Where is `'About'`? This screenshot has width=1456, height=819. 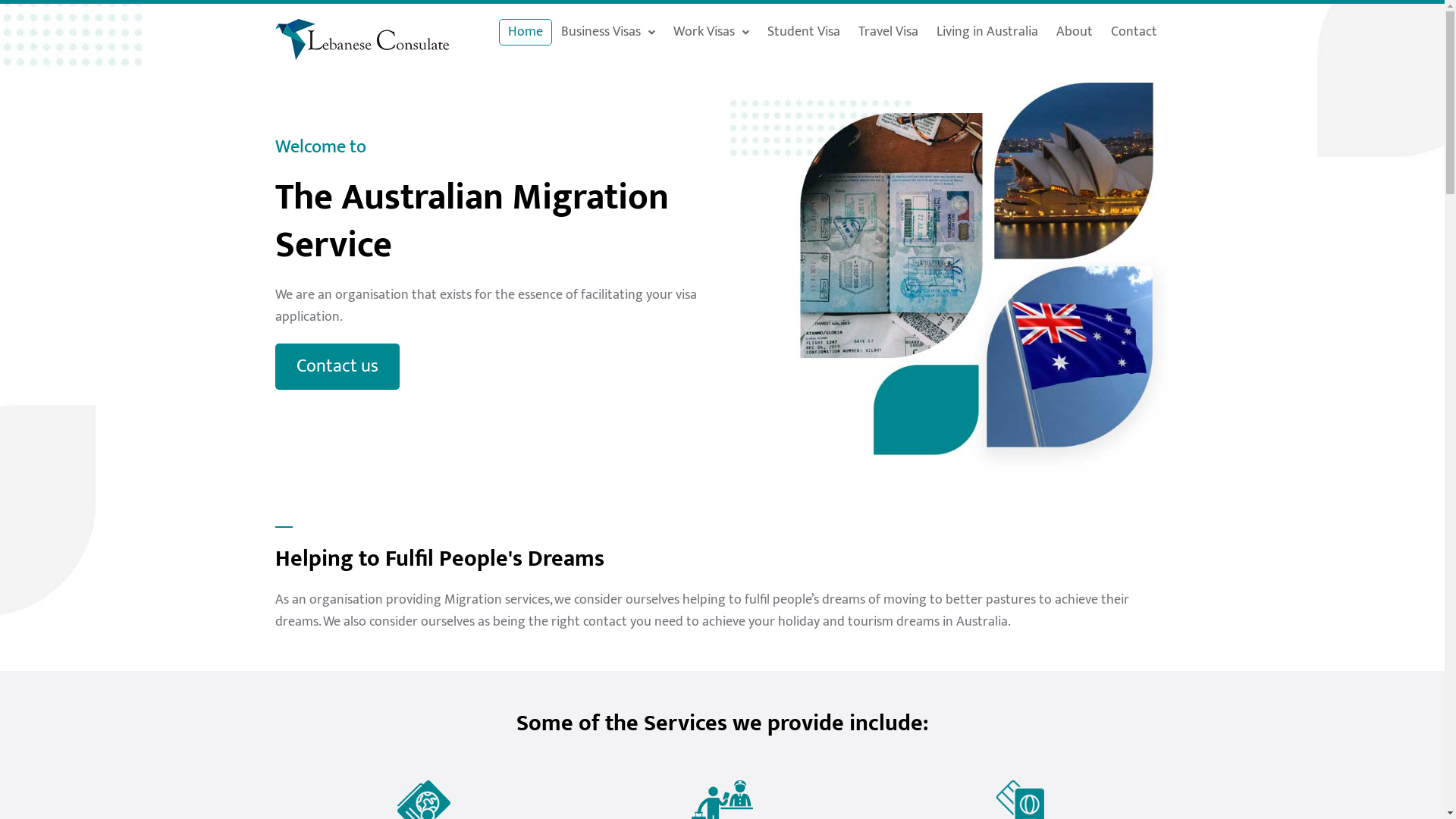
'About' is located at coordinates (1073, 32).